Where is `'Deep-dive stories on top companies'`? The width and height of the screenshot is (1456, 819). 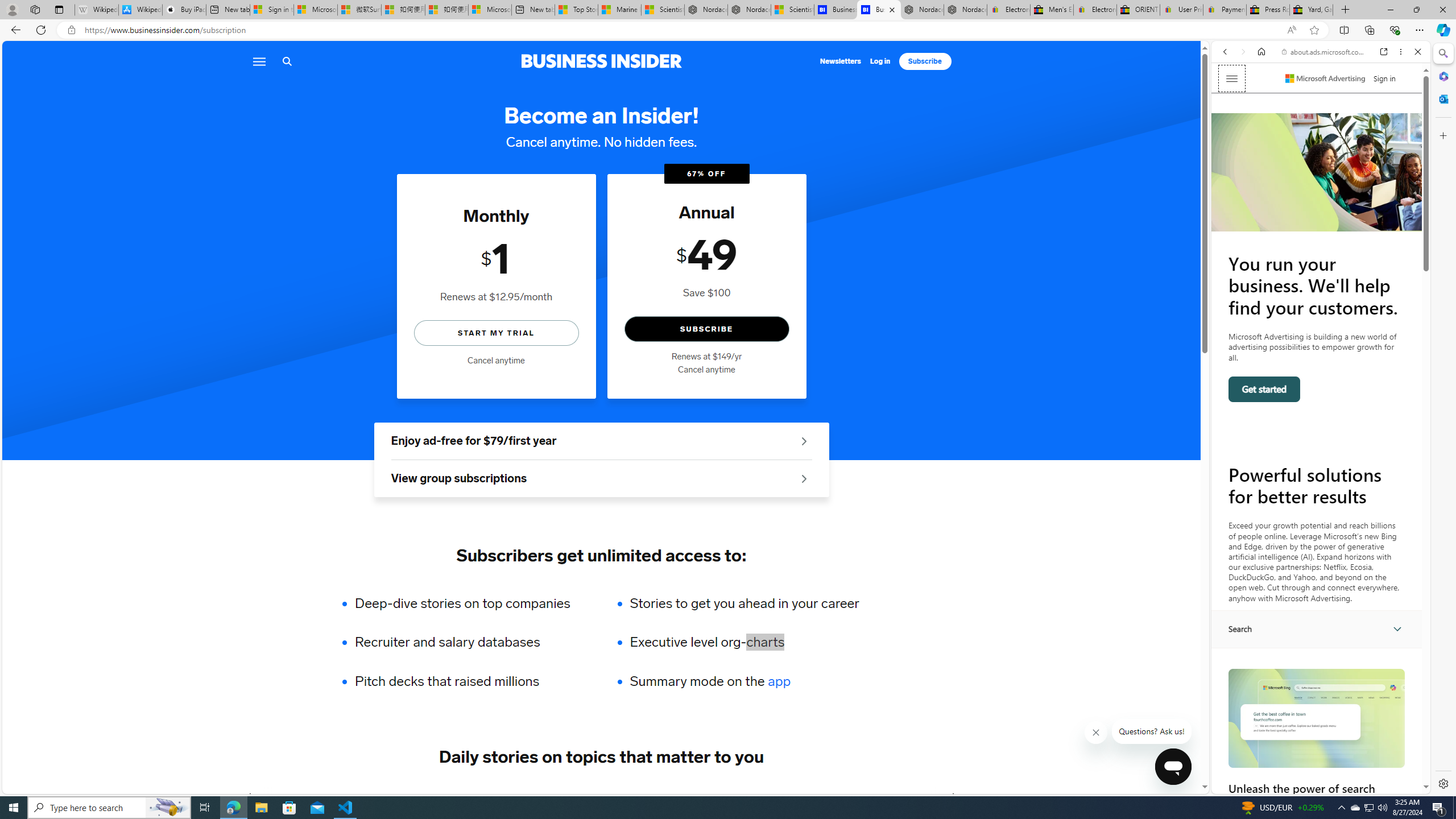
'Deep-dive stories on top companies' is located at coordinates (470, 603).